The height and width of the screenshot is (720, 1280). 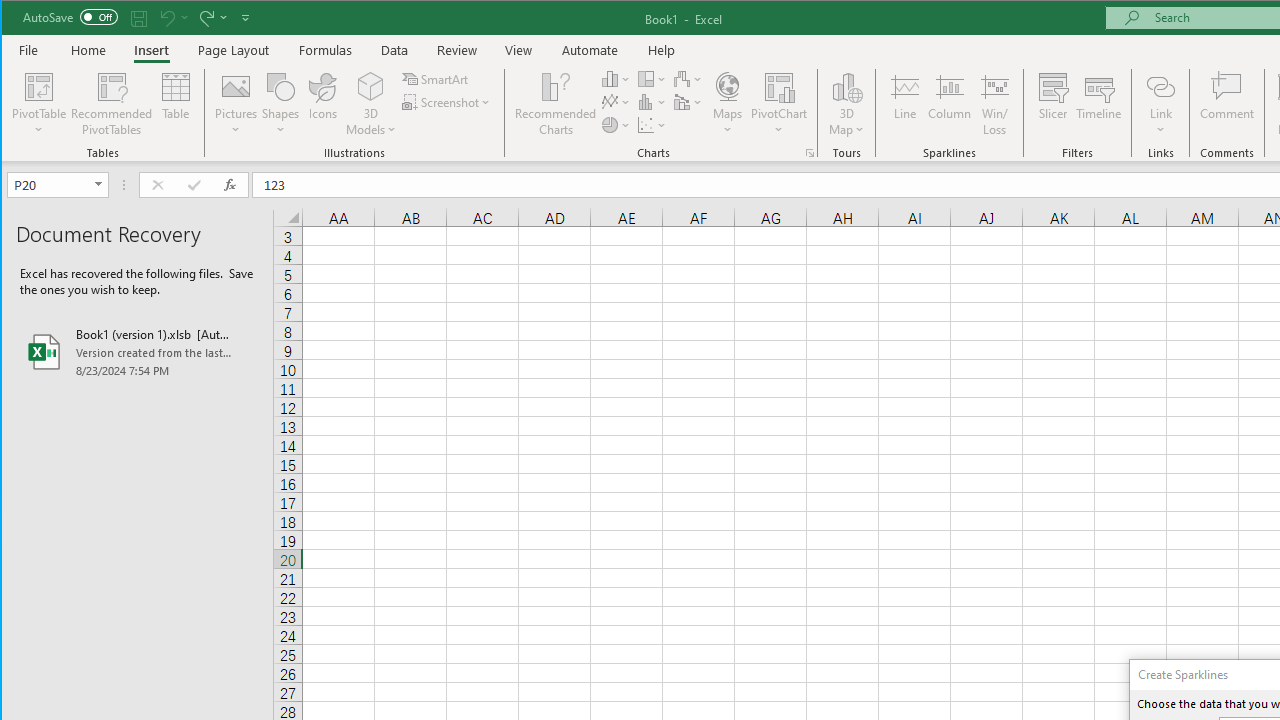 I want to click on 'Insert Pie or Doughnut Chart', so click(x=615, y=125).